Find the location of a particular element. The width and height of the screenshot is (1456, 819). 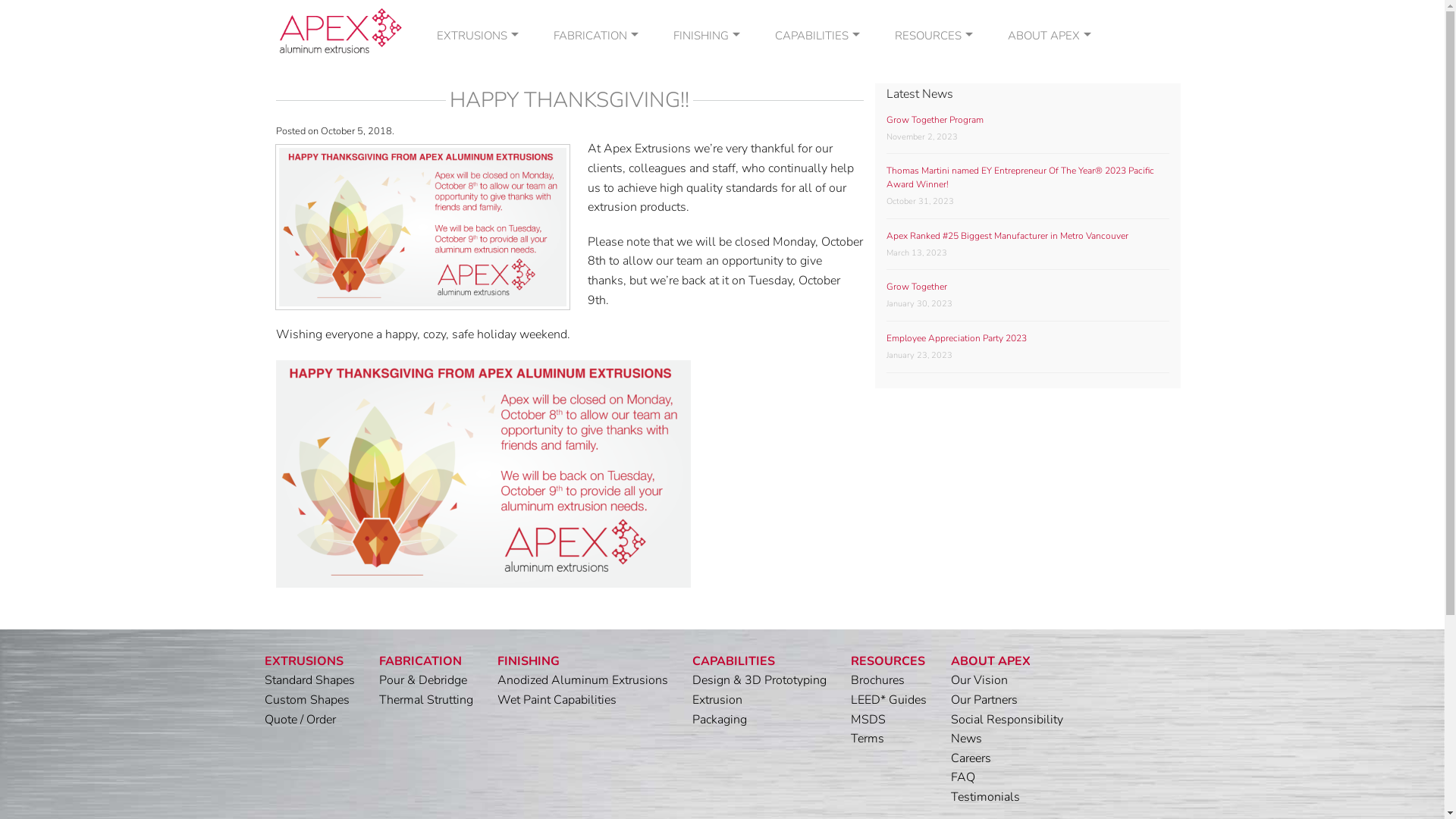

'Brochures' is located at coordinates (877, 679).